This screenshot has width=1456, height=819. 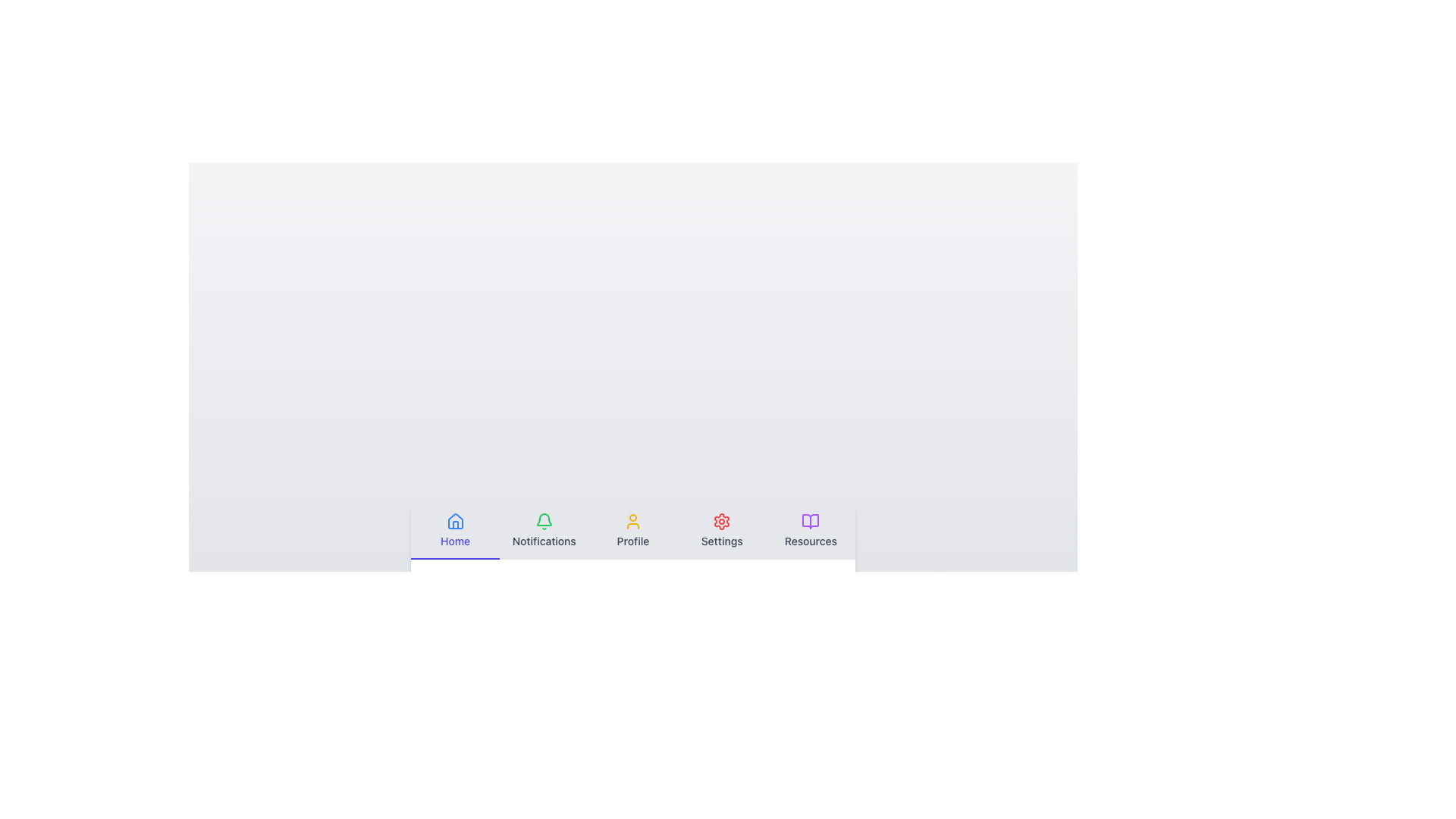 What do you see at coordinates (721, 531) in the screenshot?
I see `the fourth navigation button located at the bottom center of the interface` at bounding box center [721, 531].